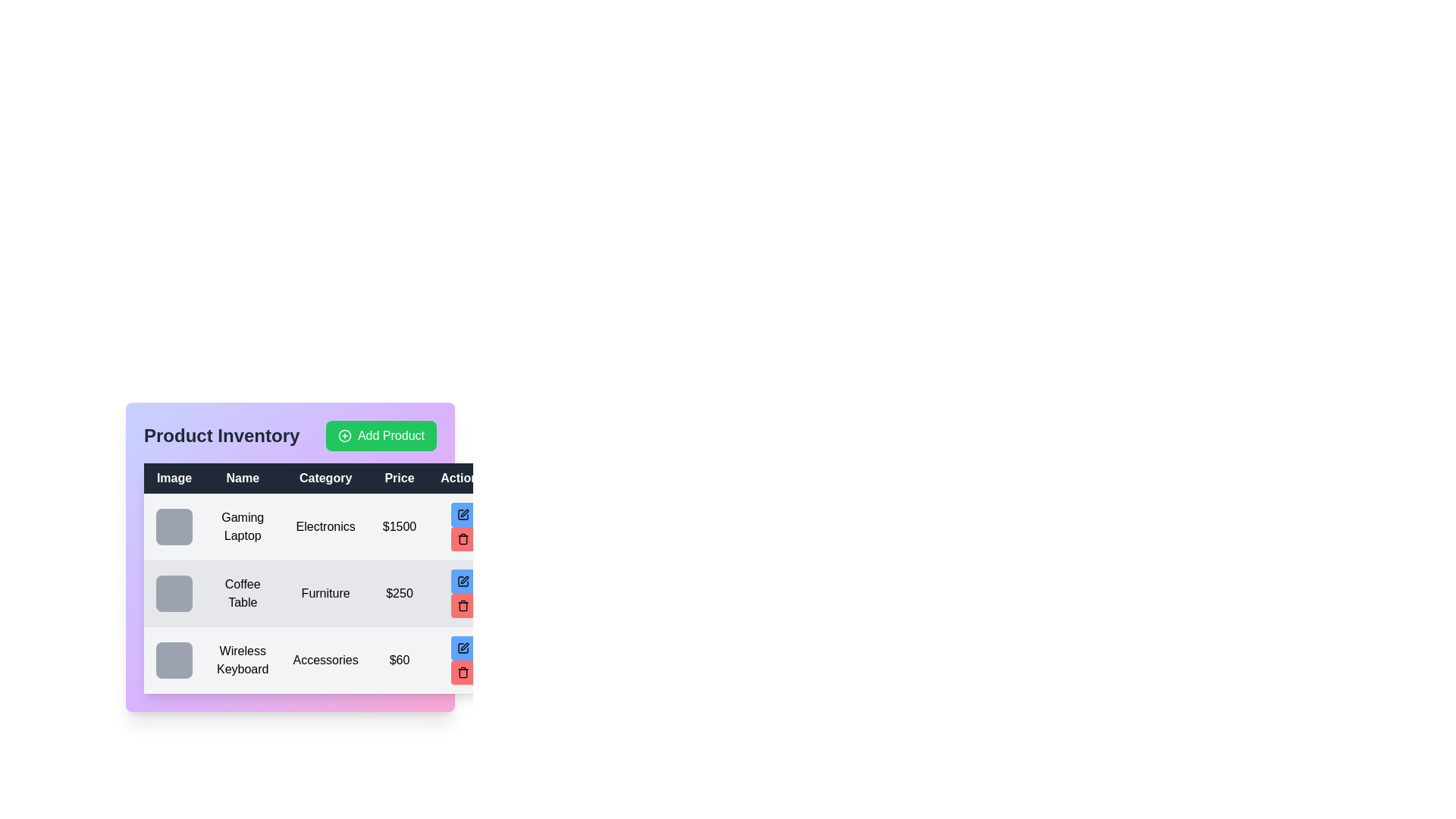 The width and height of the screenshot is (1456, 819). Describe the element at coordinates (400, 526) in the screenshot. I see `the price display element showing '$1500' for the 'Gaming Laptop' product in the 'Price' column of the table` at that location.